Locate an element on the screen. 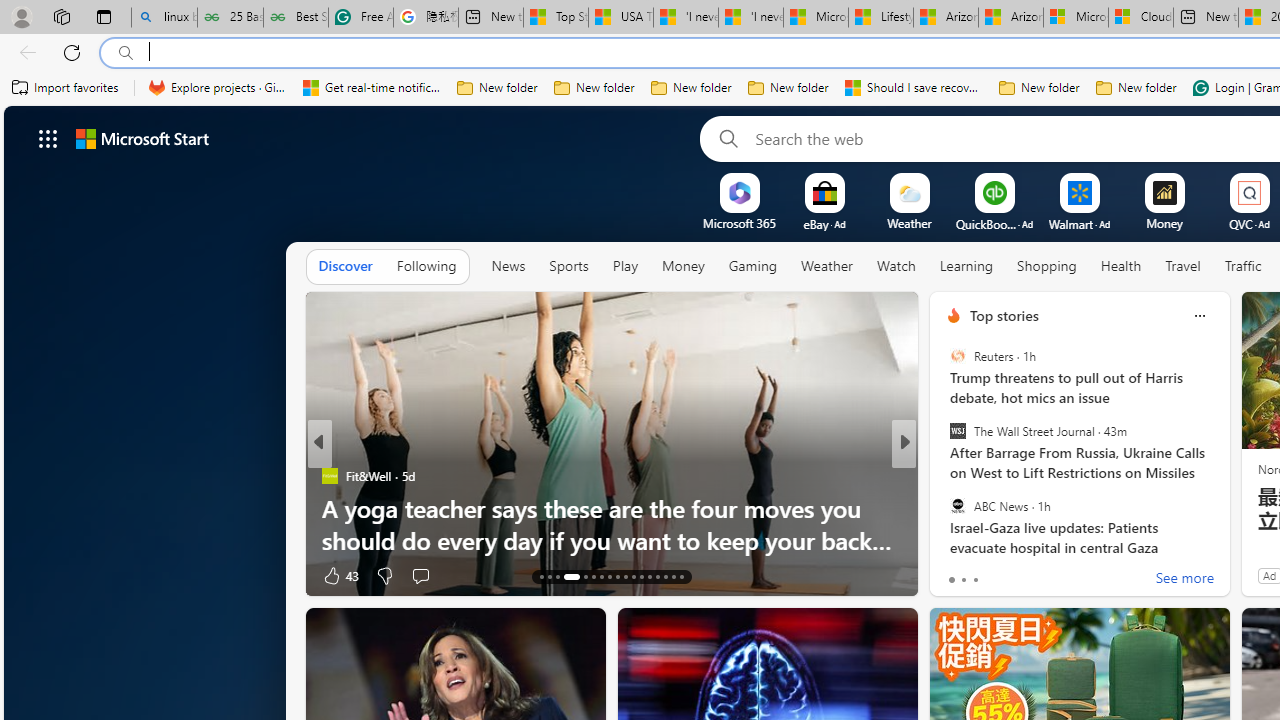  'AutomationID: tab-29' is located at coordinates (681, 577).